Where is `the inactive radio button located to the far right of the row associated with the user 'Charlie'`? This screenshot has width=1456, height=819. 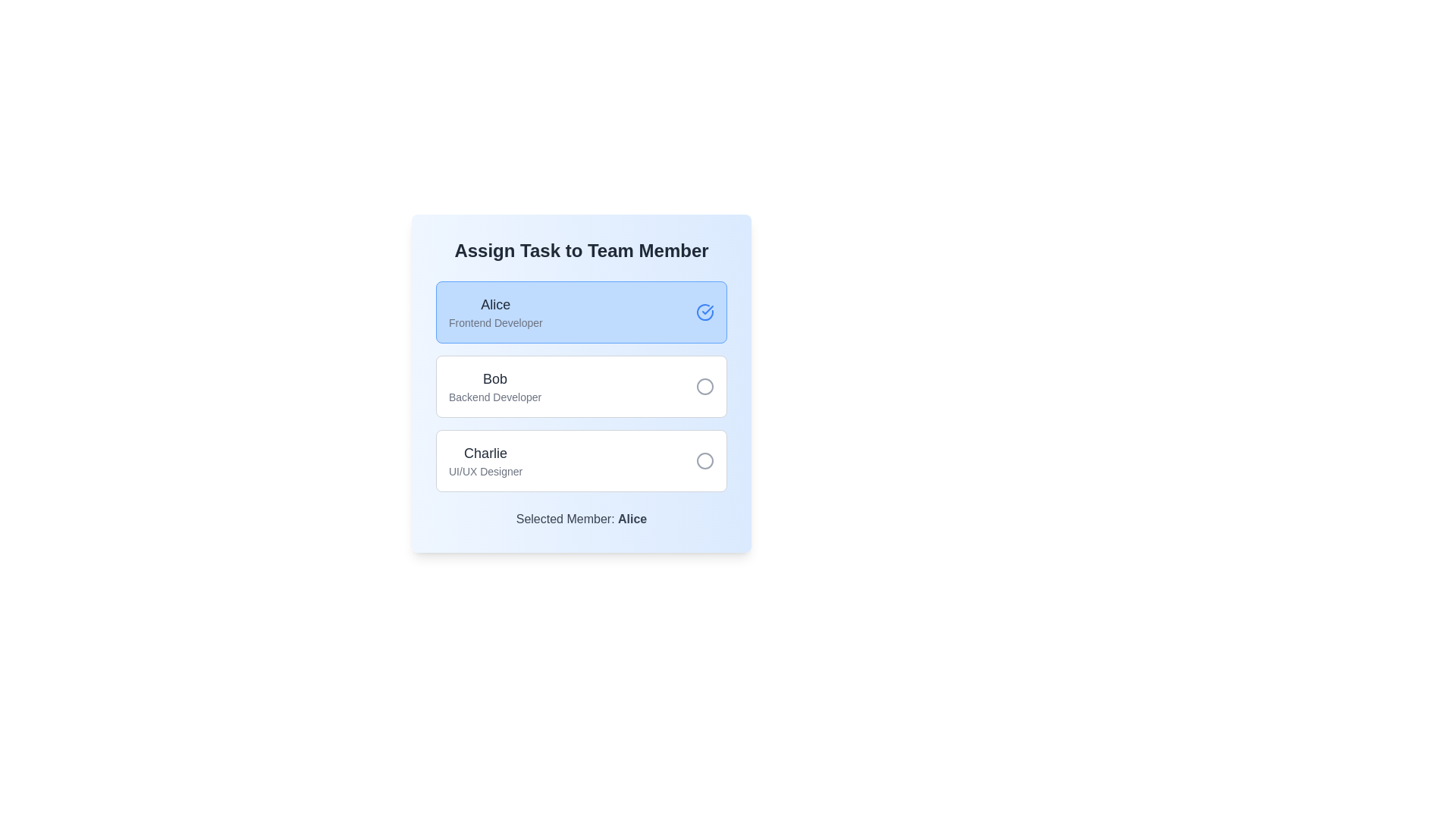 the inactive radio button located to the far right of the row associated with the user 'Charlie' is located at coordinates (704, 460).